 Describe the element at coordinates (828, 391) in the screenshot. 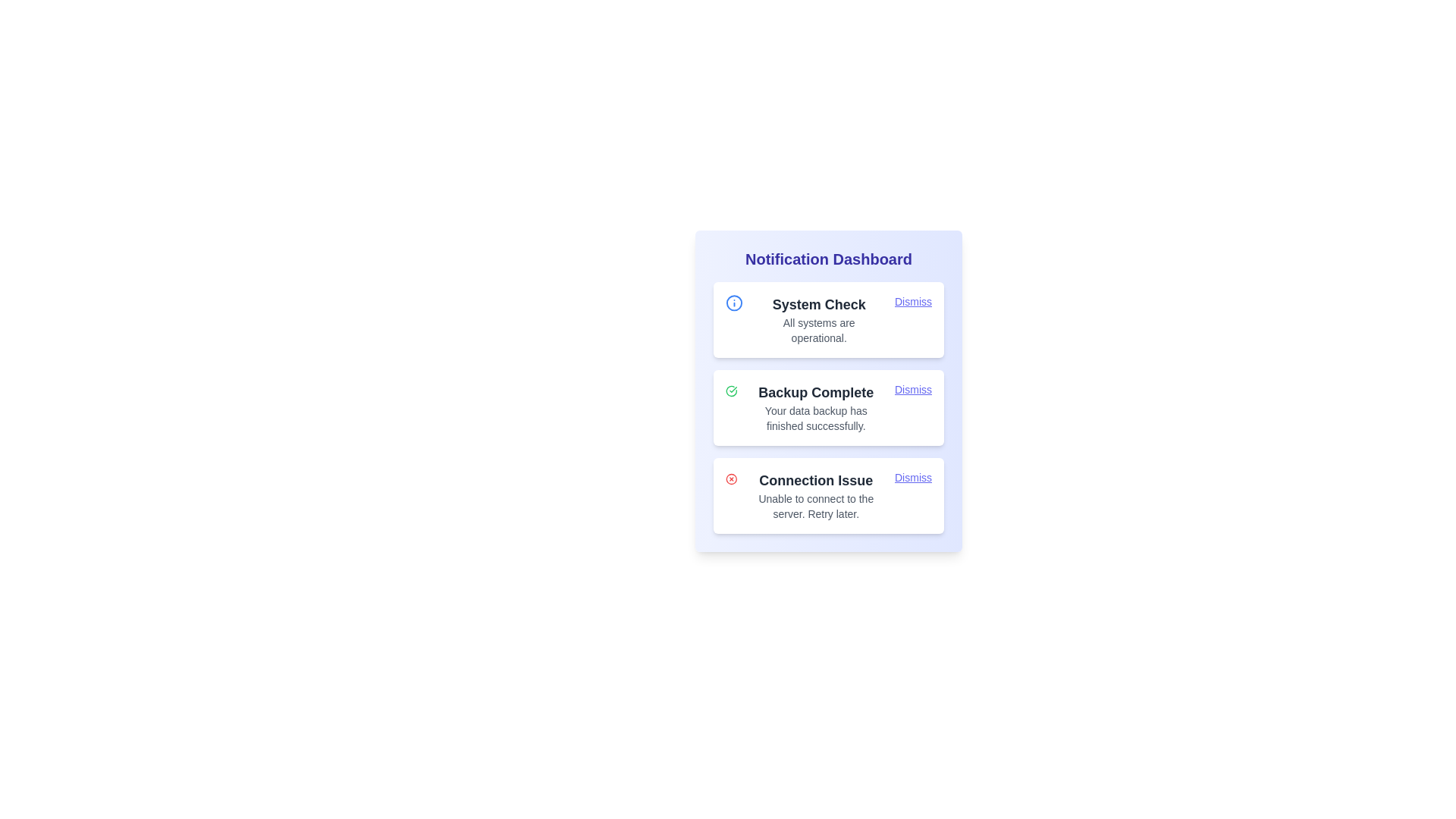

I see `the Notification Widget, which displays system notifications and statuses` at that location.